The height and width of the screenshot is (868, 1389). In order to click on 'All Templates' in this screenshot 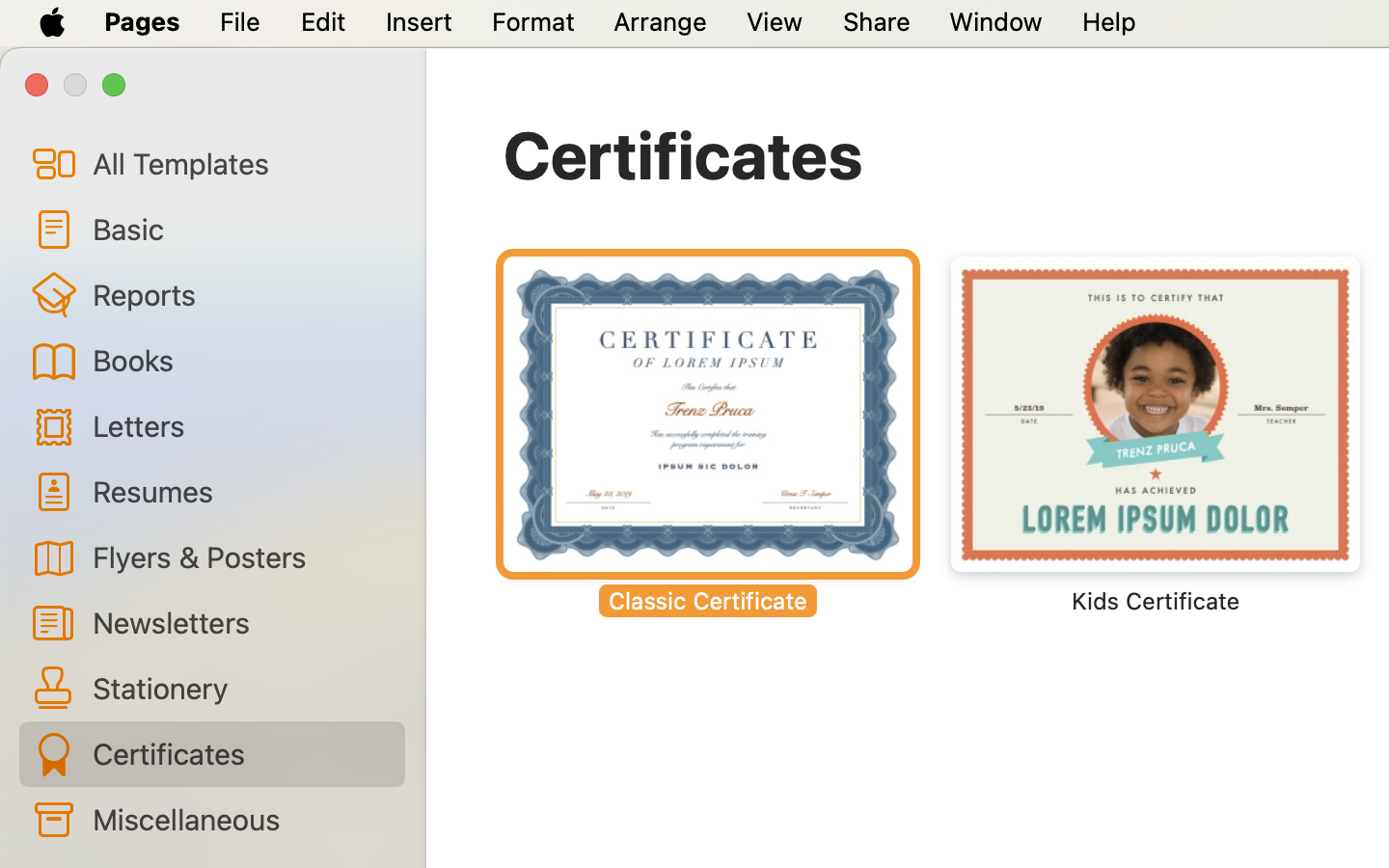, I will do `click(239, 163)`.